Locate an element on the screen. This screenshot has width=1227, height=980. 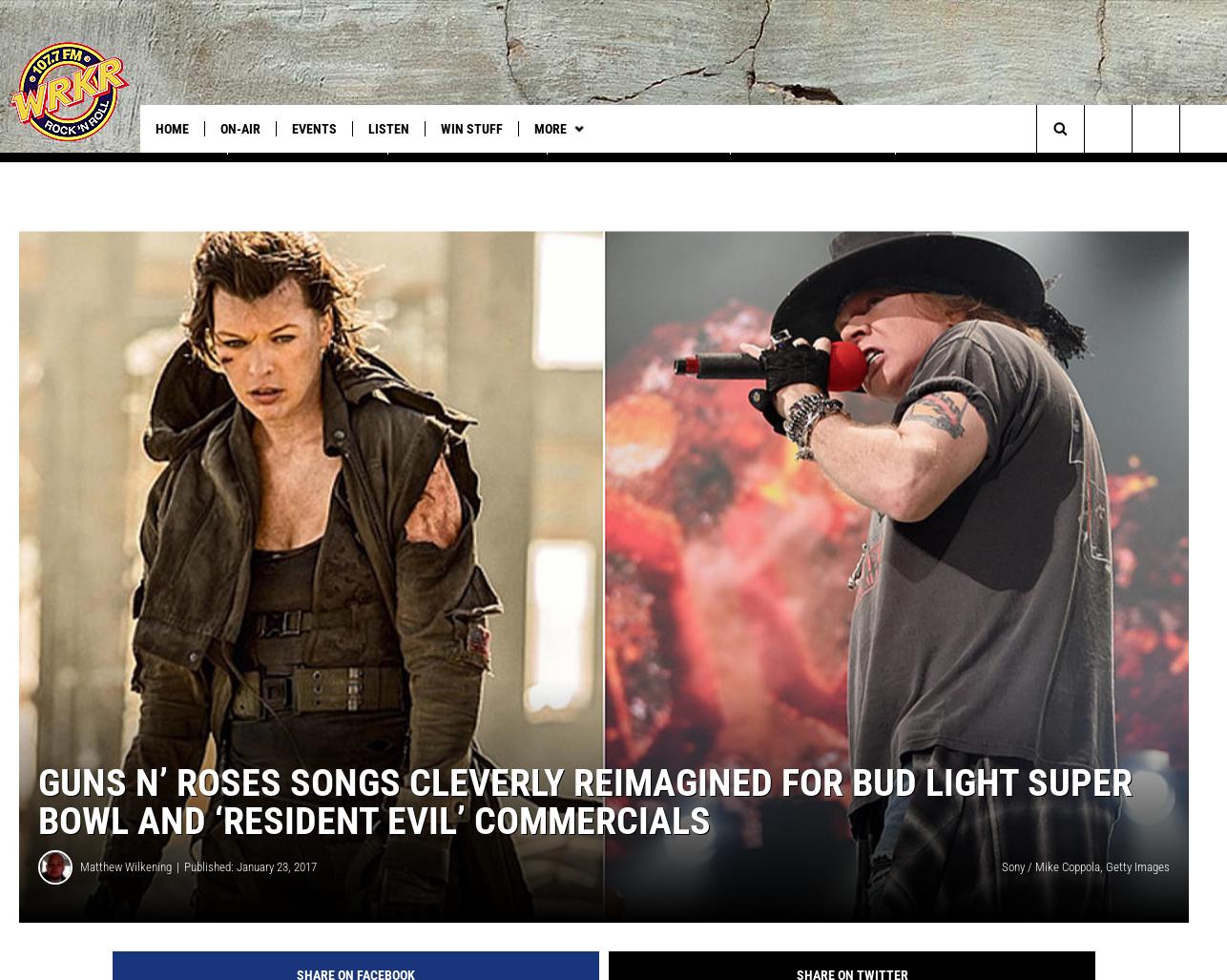
'On-Air' is located at coordinates (240, 129).